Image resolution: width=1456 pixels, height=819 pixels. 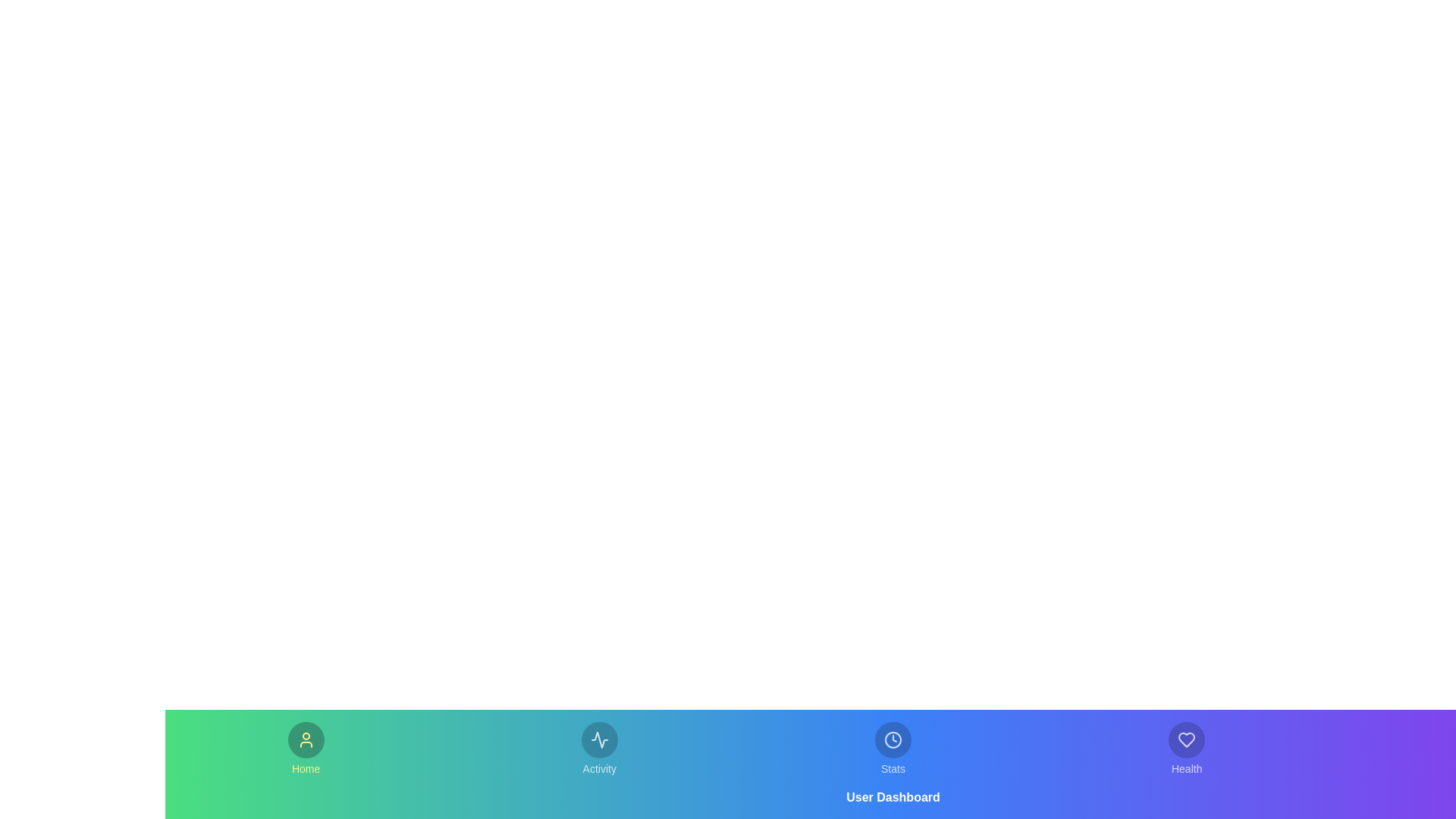 What do you see at coordinates (305, 748) in the screenshot?
I see `the tab labeled Home to observe its hover effect` at bounding box center [305, 748].